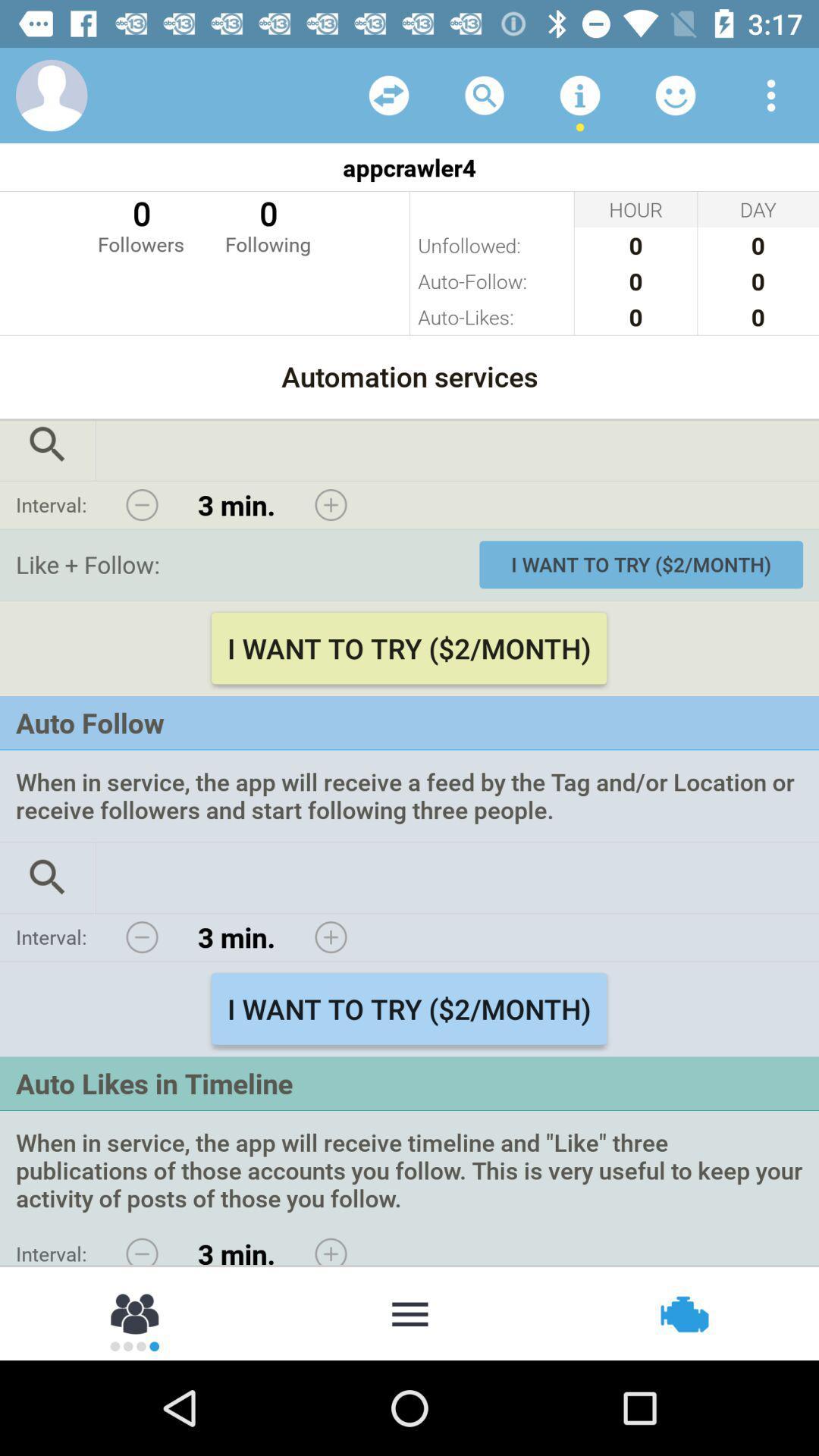 The width and height of the screenshot is (819, 1456). What do you see at coordinates (675, 94) in the screenshot?
I see `rate the application or provide feedback` at bounding box center [675, 94].